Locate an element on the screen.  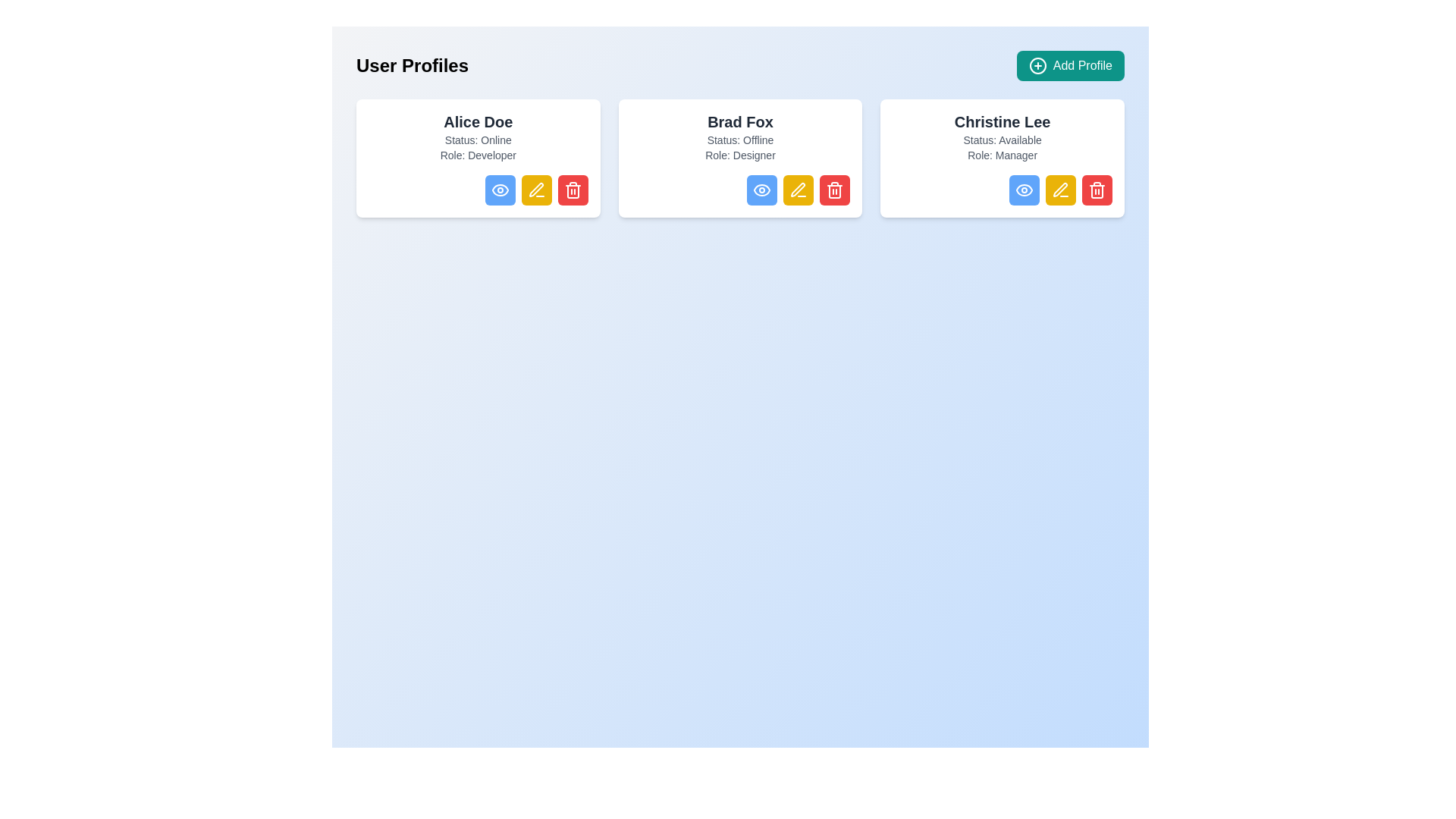
text content of the label displaying 'Role: Designer' located below 'Status: Offline' in Brad Fox's profile card is located at coordinates (740, 155).